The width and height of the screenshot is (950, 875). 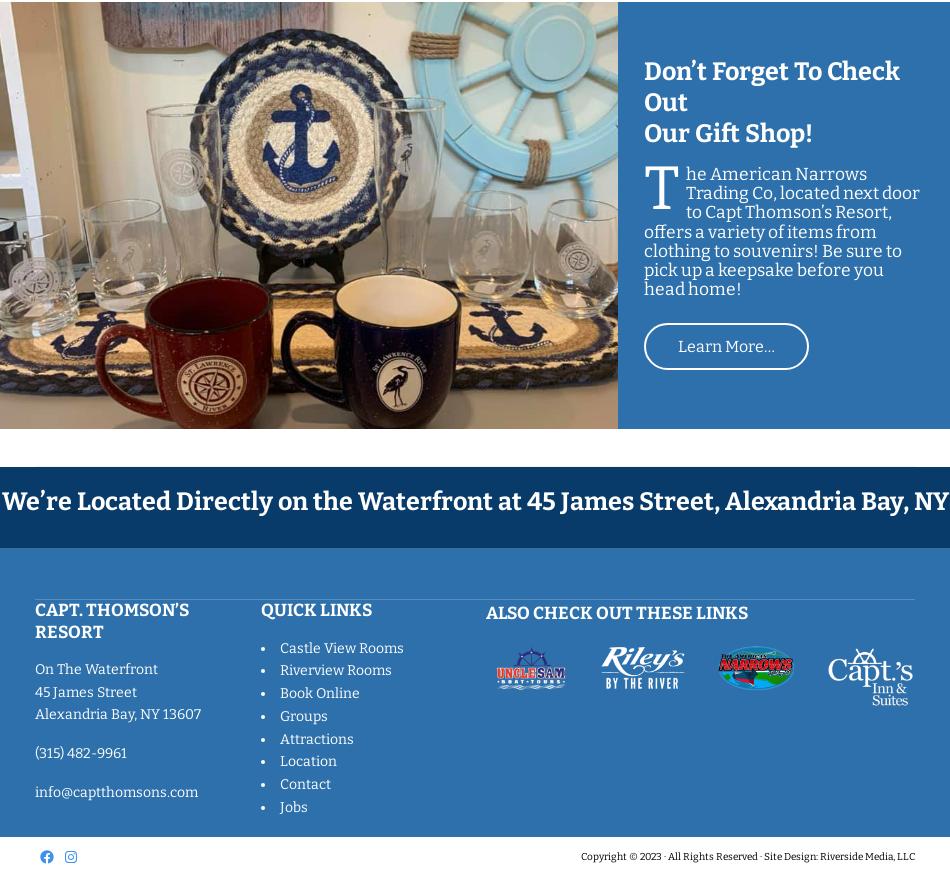 What do you see at coordinates (117, 714) in the screenshot?
I see `'Alexandria Bay, NY 13607'` at bounding box center [117, 714].